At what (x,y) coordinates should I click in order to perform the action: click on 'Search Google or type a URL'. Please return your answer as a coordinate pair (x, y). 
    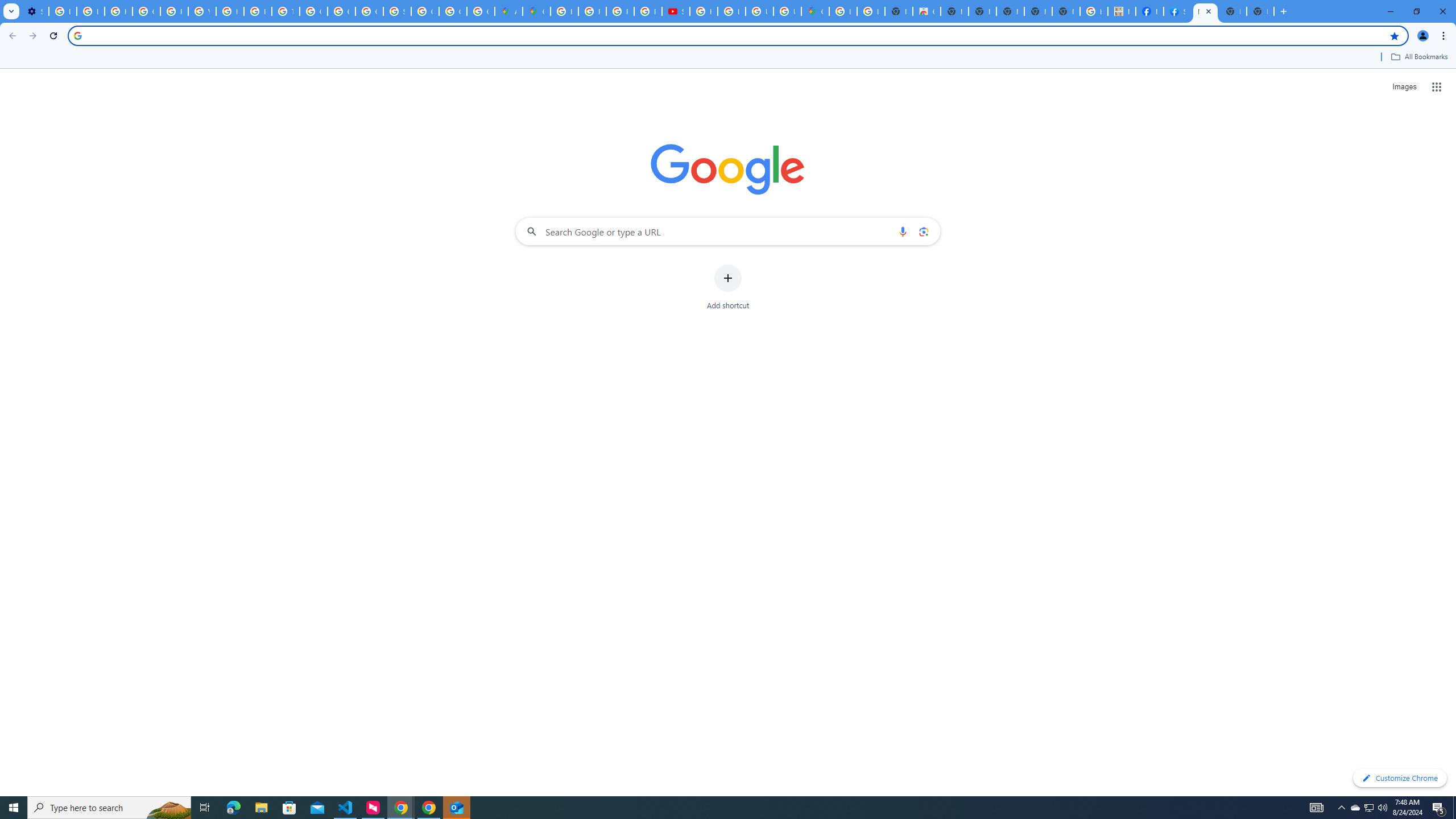
    Looking at the image, I should click on (728, 230).